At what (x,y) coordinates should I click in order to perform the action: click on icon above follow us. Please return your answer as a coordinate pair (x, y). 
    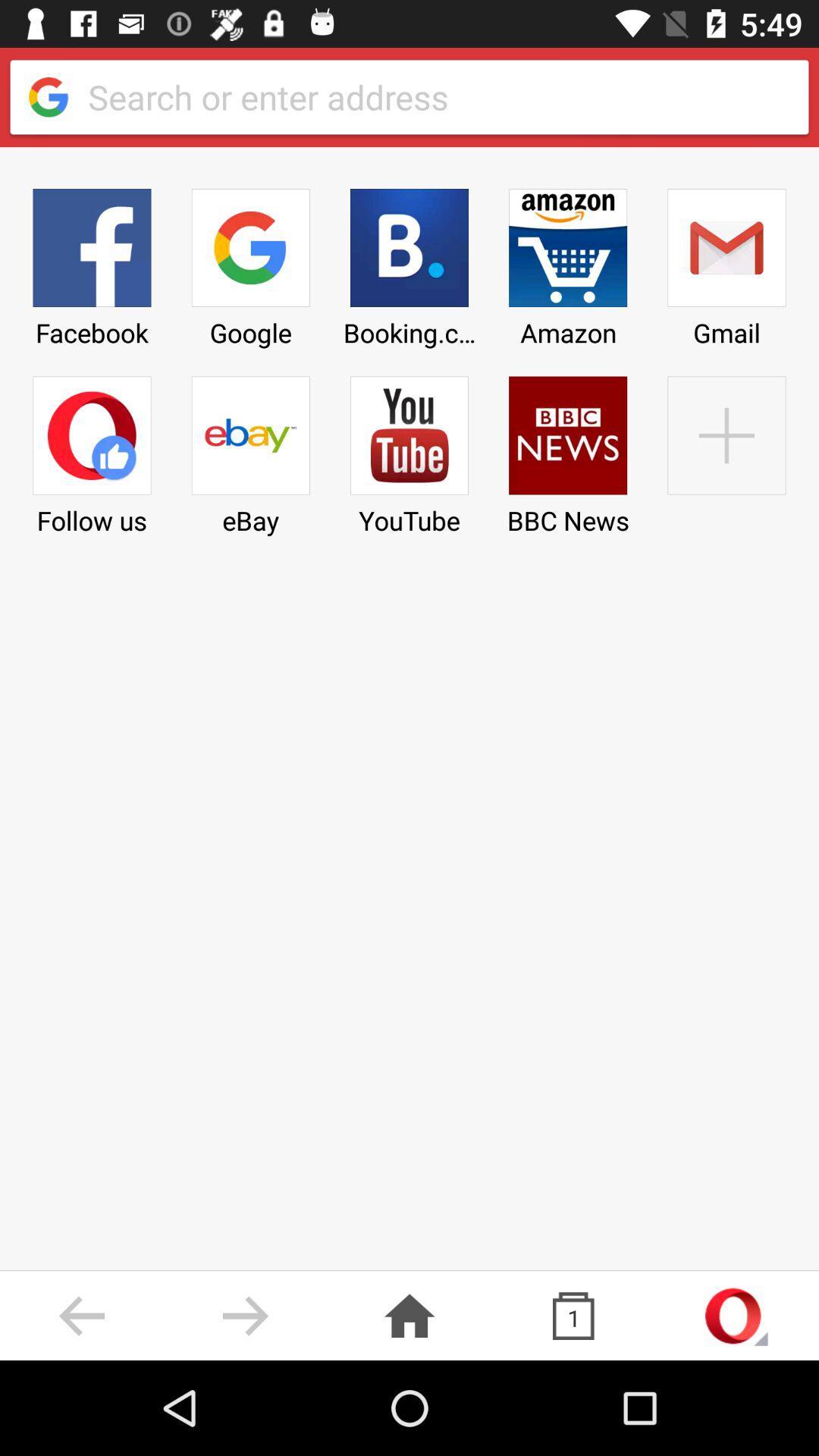
    Looking at the image, I should click on (92, 262).